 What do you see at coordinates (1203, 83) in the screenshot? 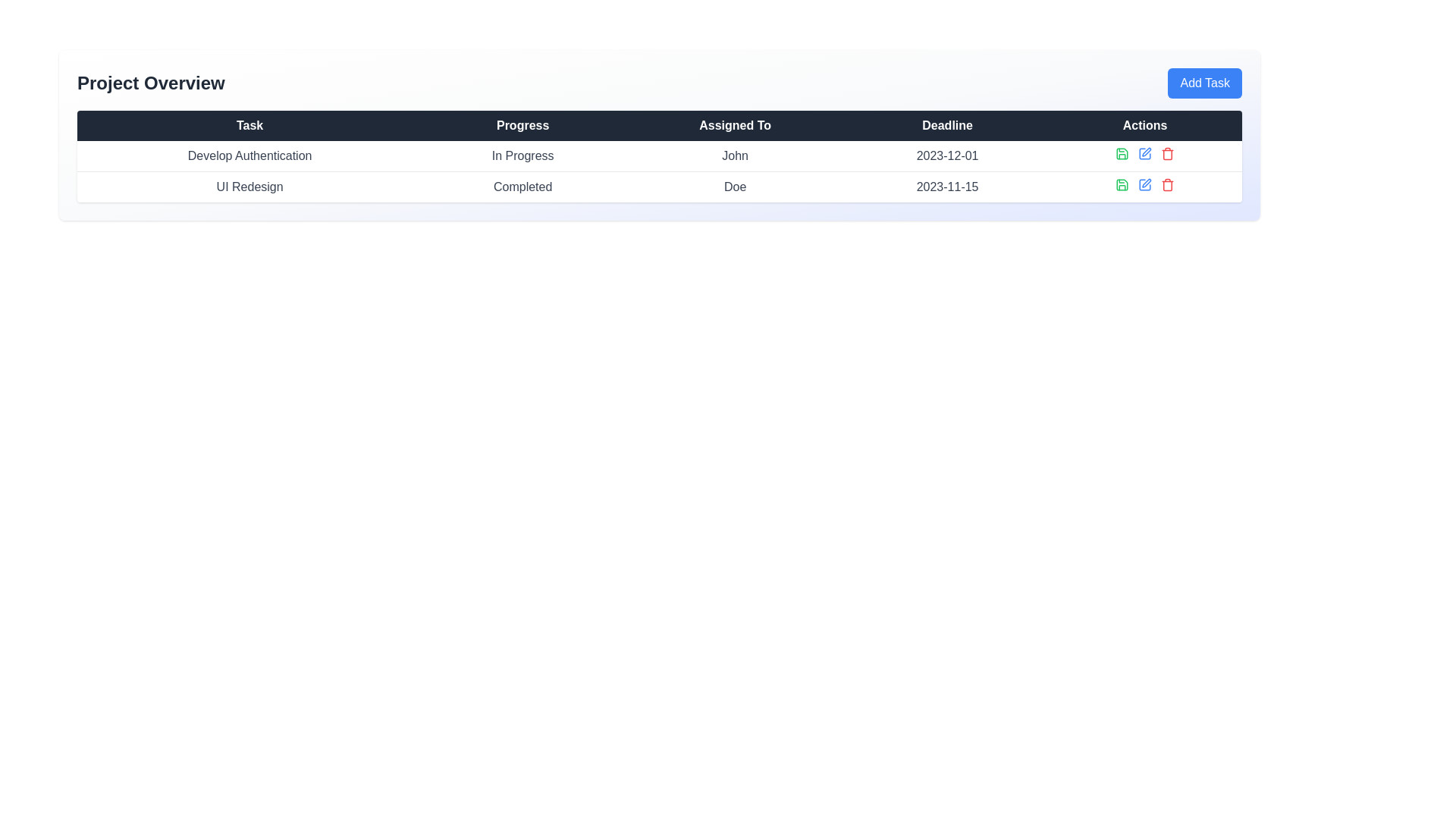
I see `the 'Add Task' button located near the upper-right corner of the interface` at bounding box center [1203, 83].